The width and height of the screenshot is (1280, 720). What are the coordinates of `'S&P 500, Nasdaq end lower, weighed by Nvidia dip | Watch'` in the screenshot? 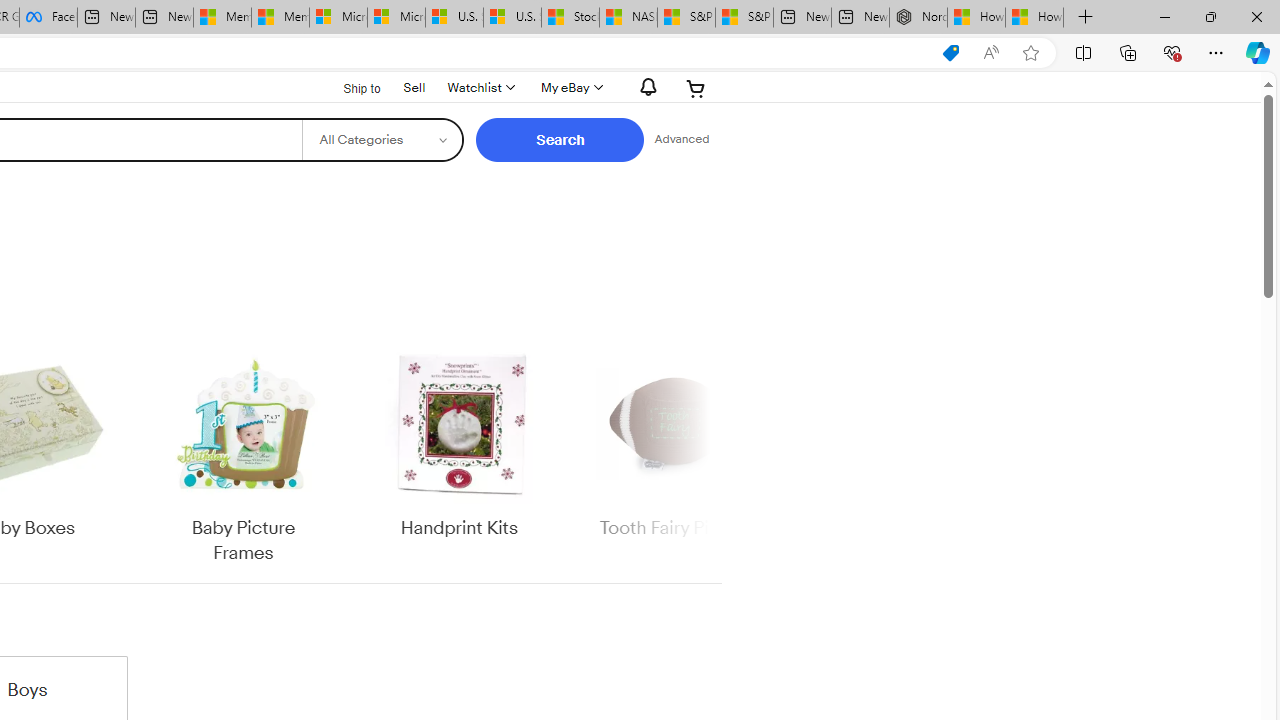 It's located at (743, 17).